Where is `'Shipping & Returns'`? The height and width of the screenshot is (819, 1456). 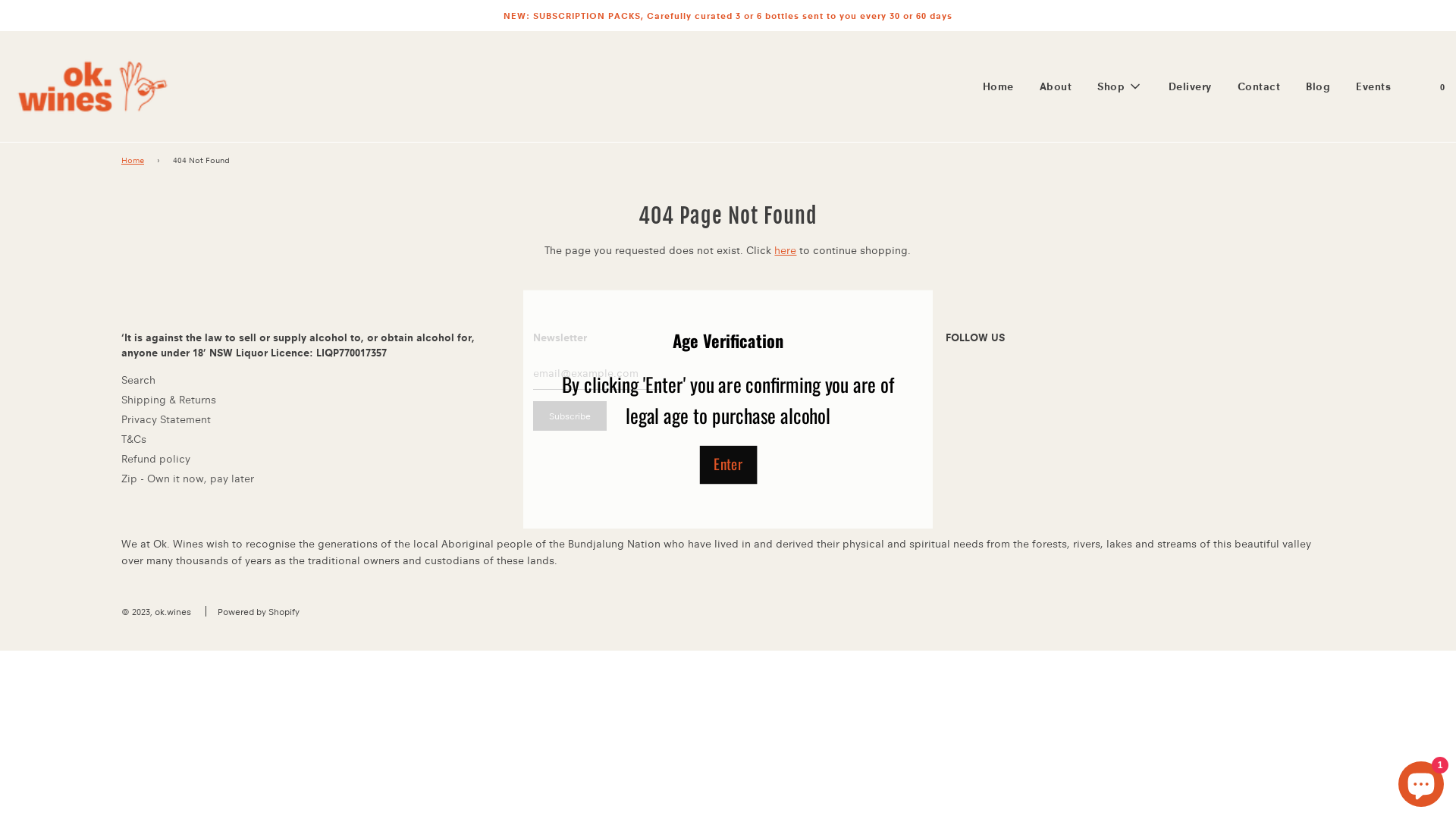
'Shipping & Returns' is located at coordinates (168, 399).